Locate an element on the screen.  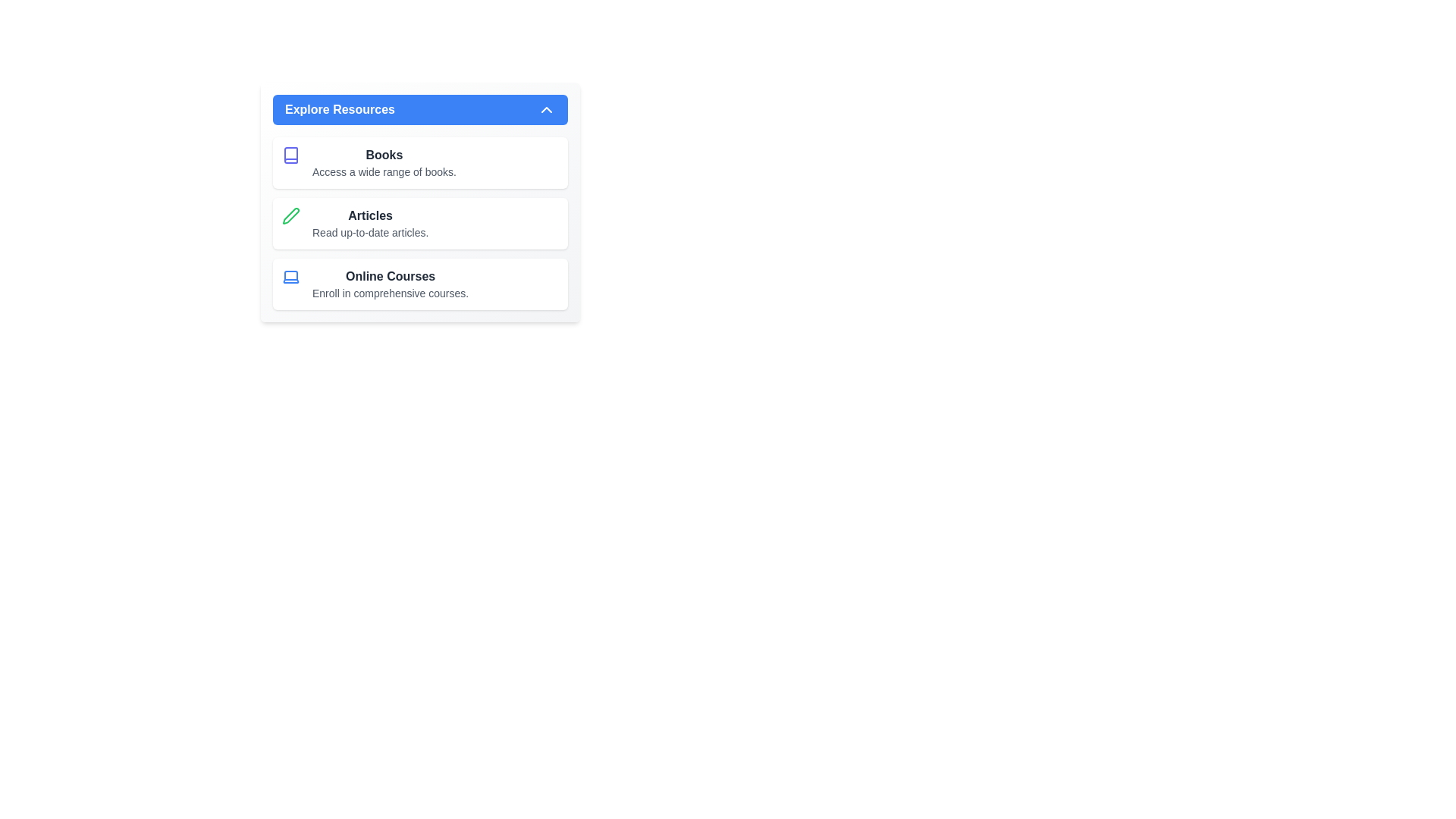
the 'Books' text block which contains the bold dark gray text 'Books' and smaller descriptive text 'Access a wide range of books.' is located at coordinates (384, 163).